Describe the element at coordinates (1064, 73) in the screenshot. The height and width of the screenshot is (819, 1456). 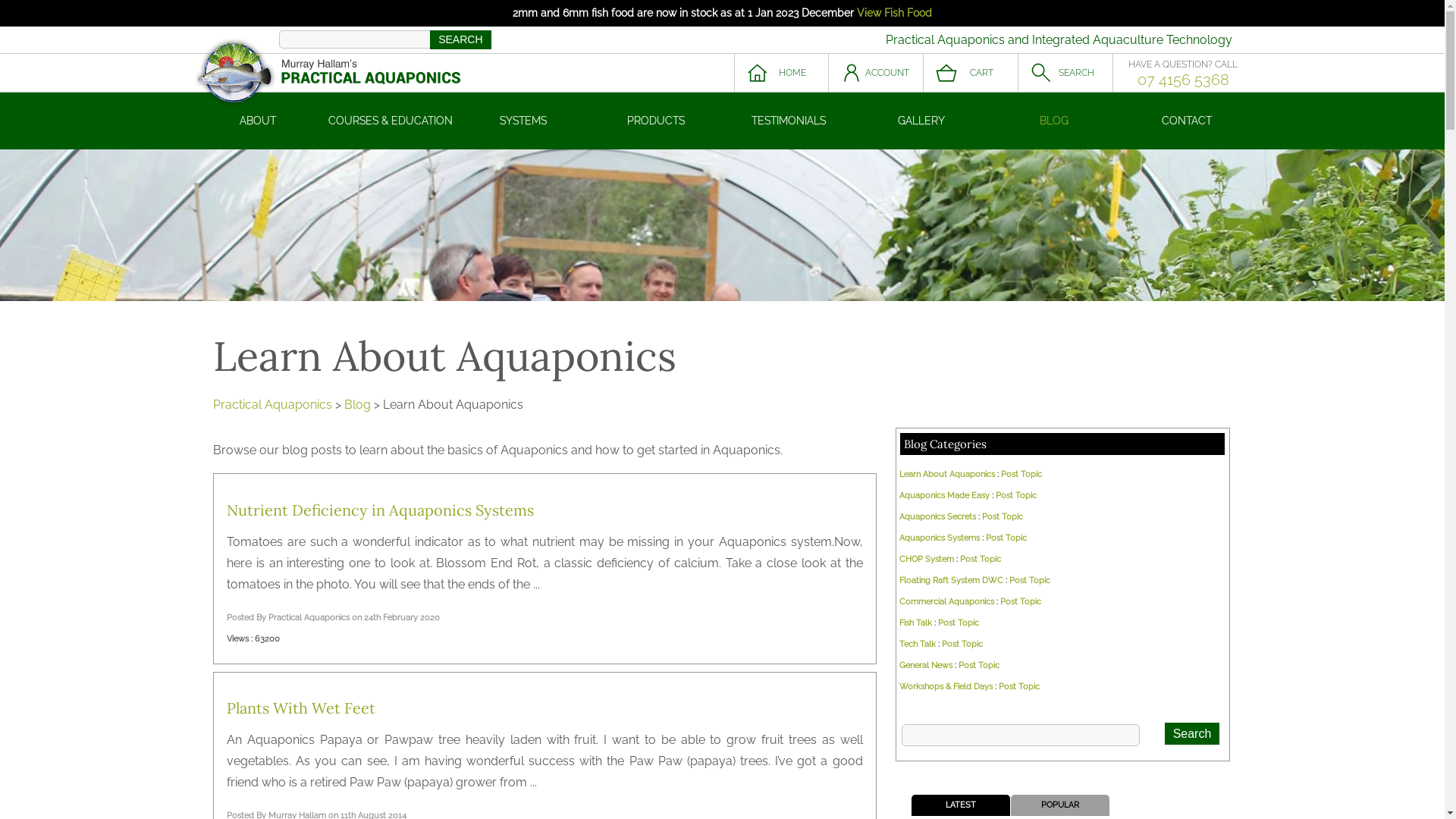
I see `'SEARCH'` at that location.